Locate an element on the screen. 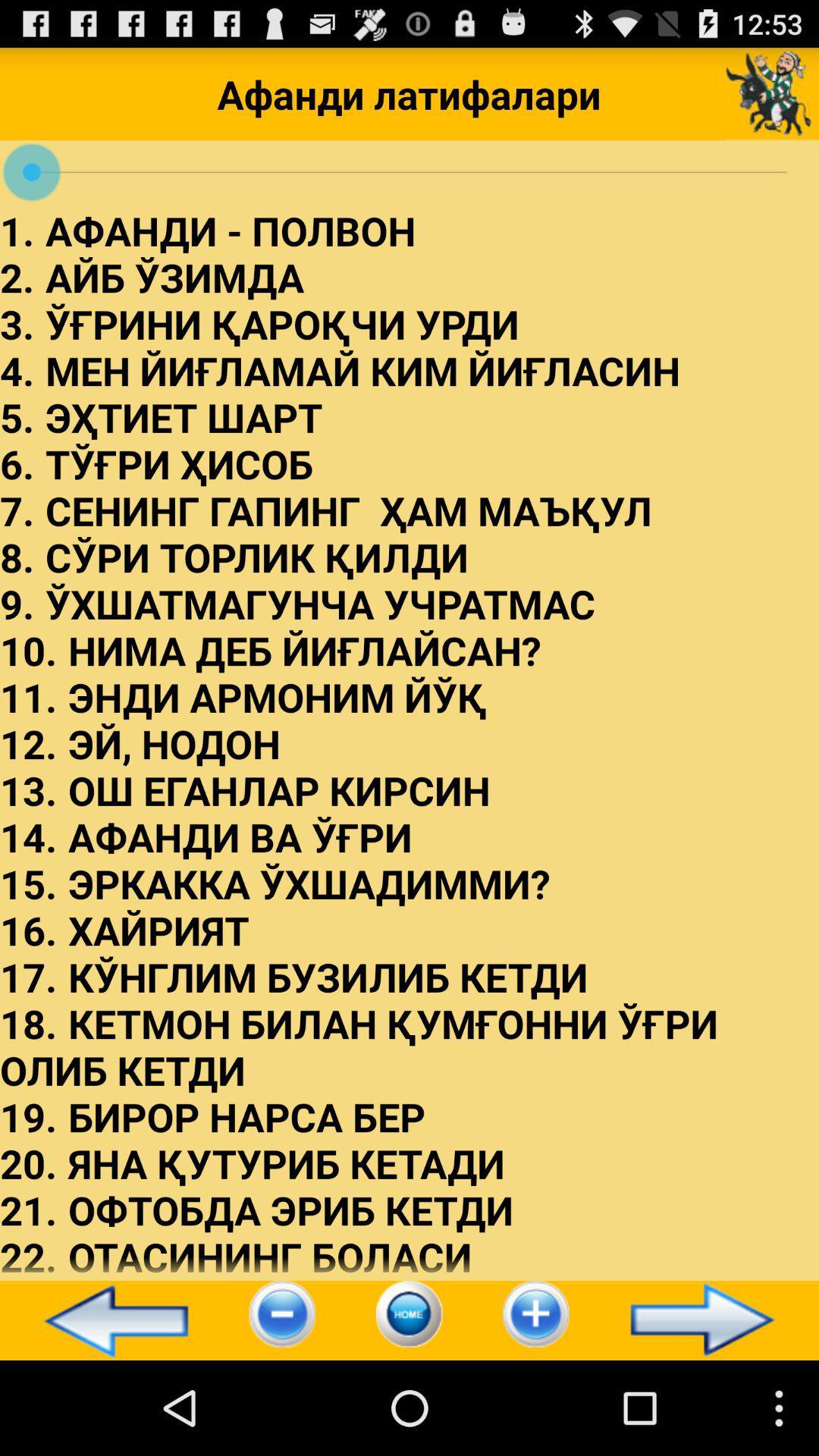 The width and height of the screenshot is (819, 1456). the icon at the bottom left corner is located at coordinates (108, 1319).